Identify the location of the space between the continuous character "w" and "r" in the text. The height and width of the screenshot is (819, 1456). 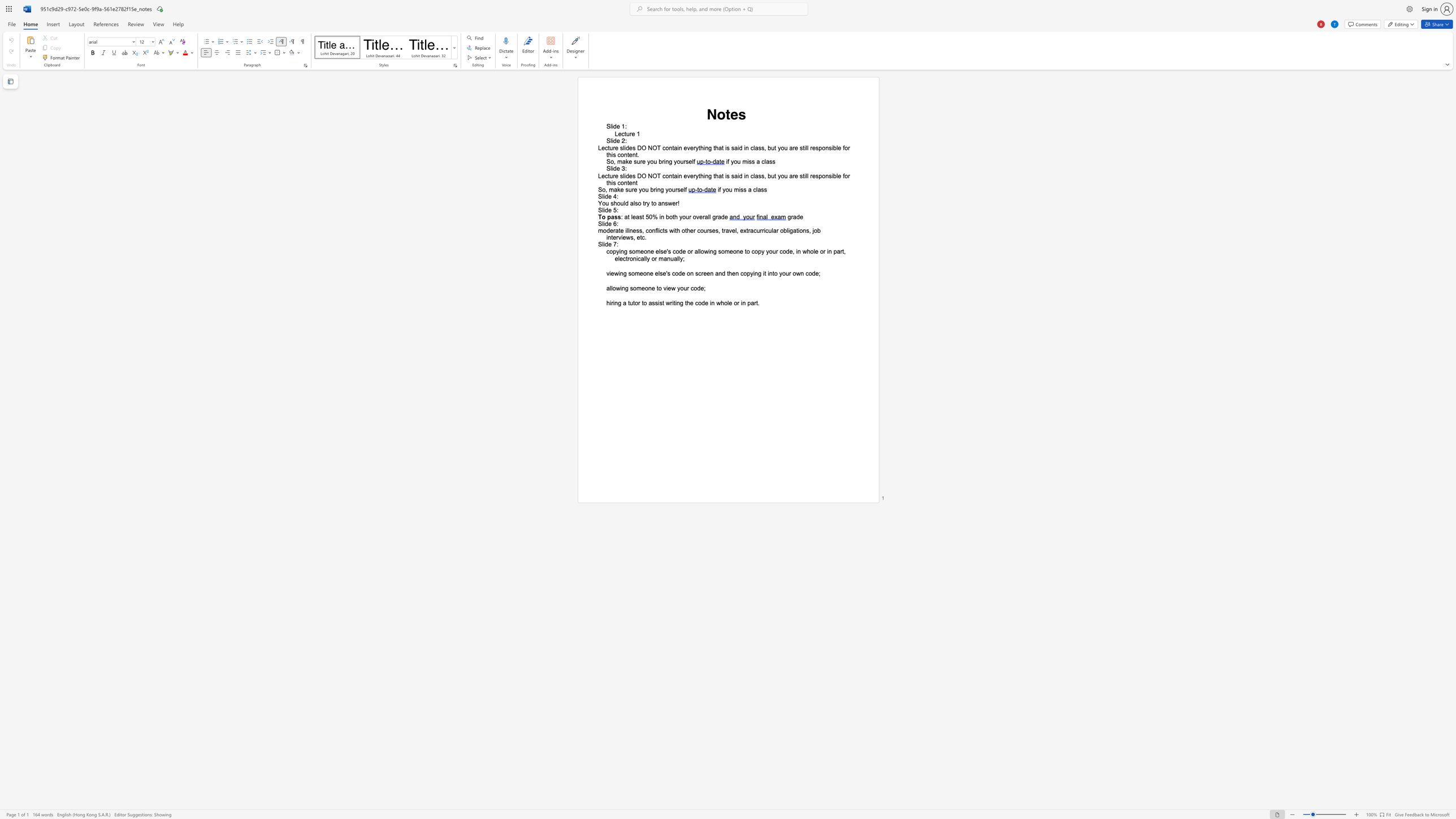
(669, 302).